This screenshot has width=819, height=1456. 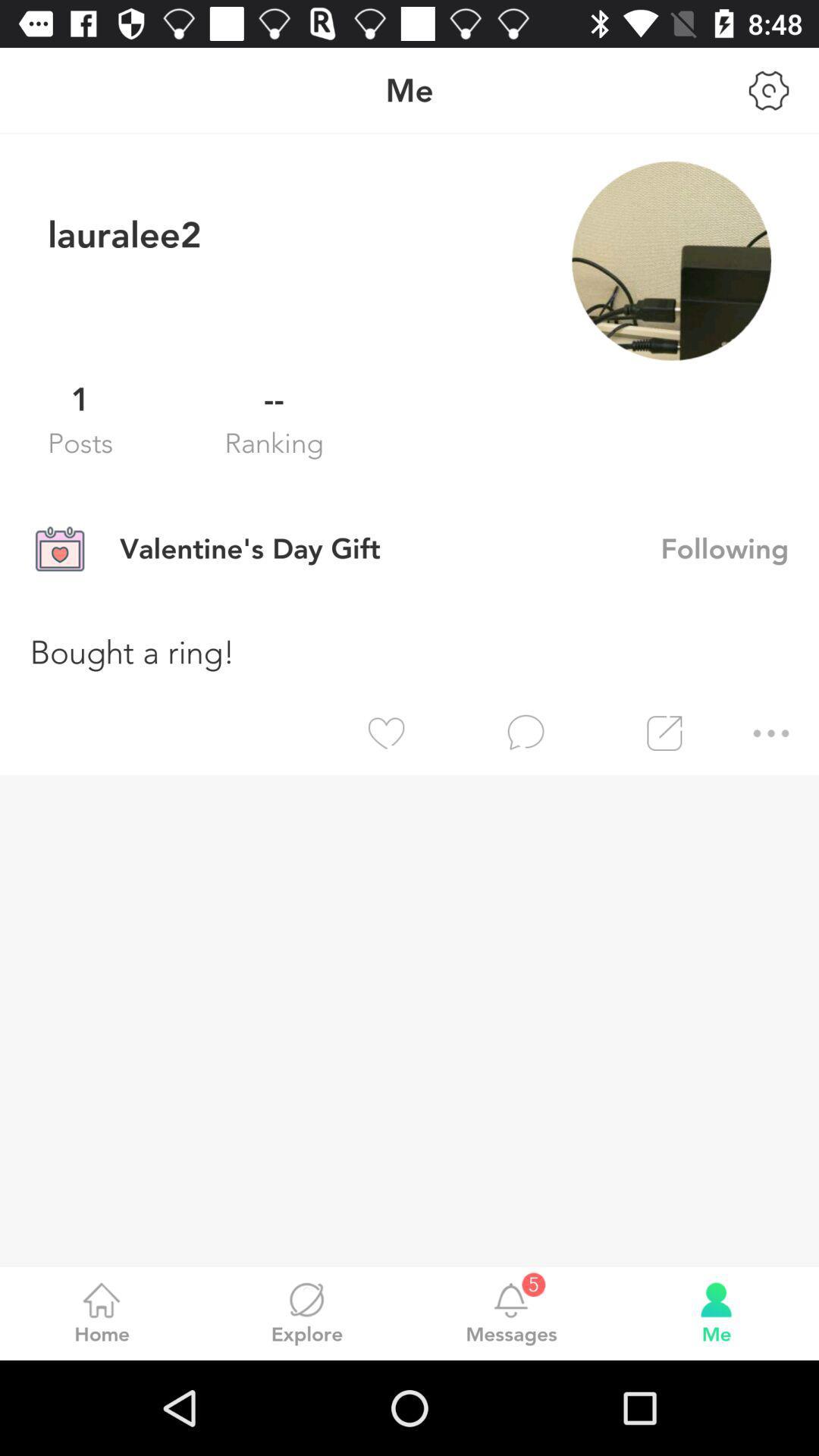 What do you see at coordinates (670, 261) in the screenshot?
I see `item next to lauralee2 item` at bounding box center [670, 261].